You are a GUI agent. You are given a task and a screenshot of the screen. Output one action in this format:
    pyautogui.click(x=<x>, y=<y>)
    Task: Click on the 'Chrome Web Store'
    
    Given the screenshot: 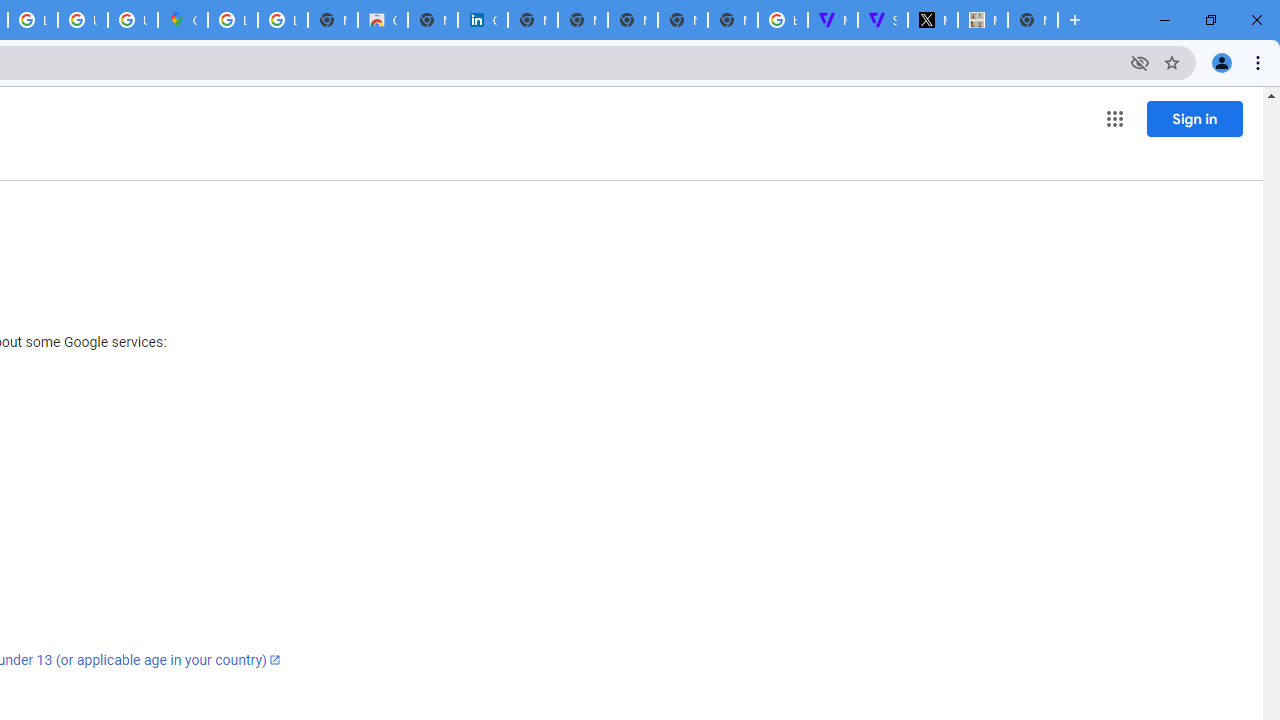 What is the action you would take?
    pyautogui.click(x=383, y=20)
    